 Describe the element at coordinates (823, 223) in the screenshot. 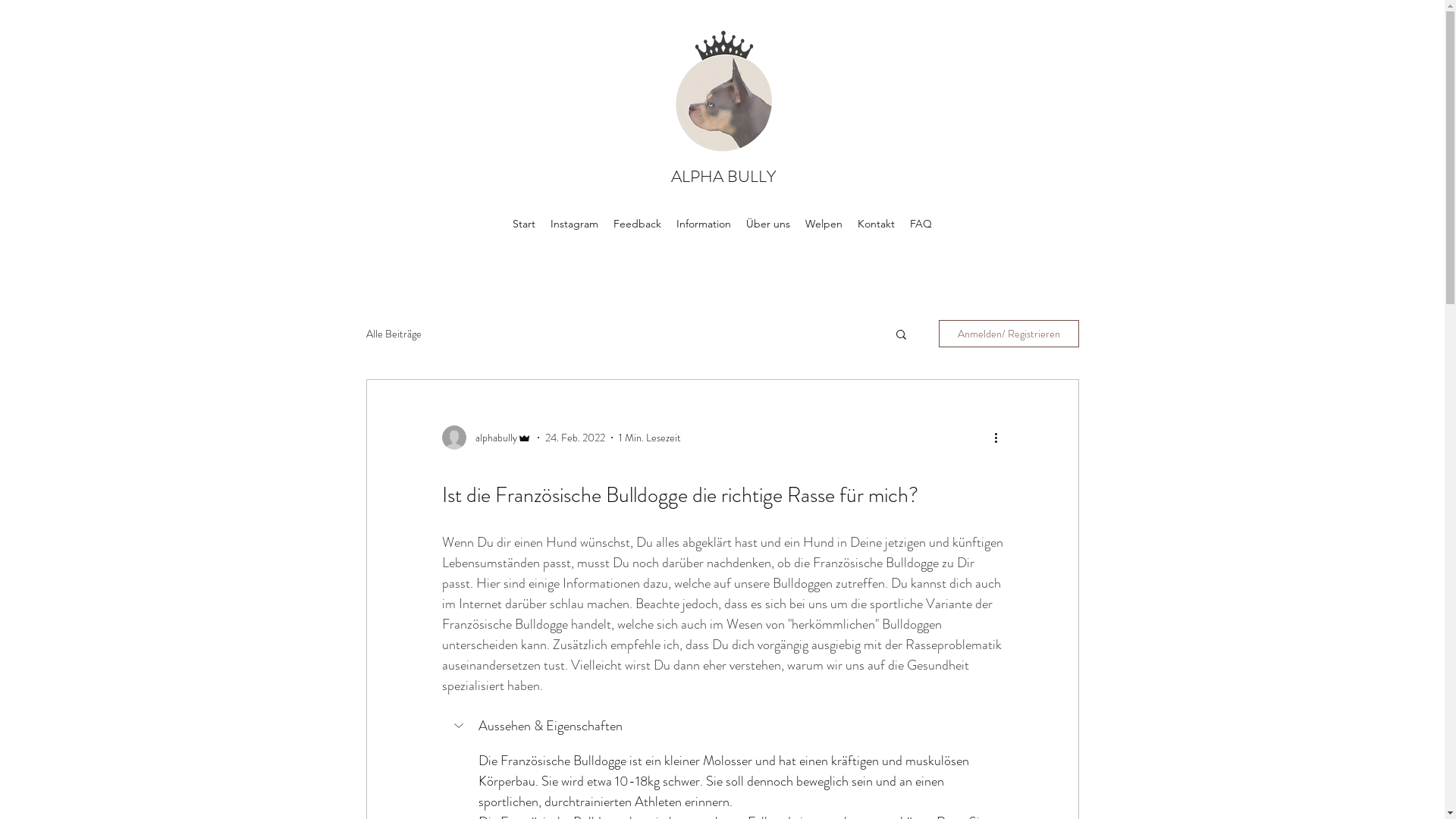

I see `'Welpen'` at that location.